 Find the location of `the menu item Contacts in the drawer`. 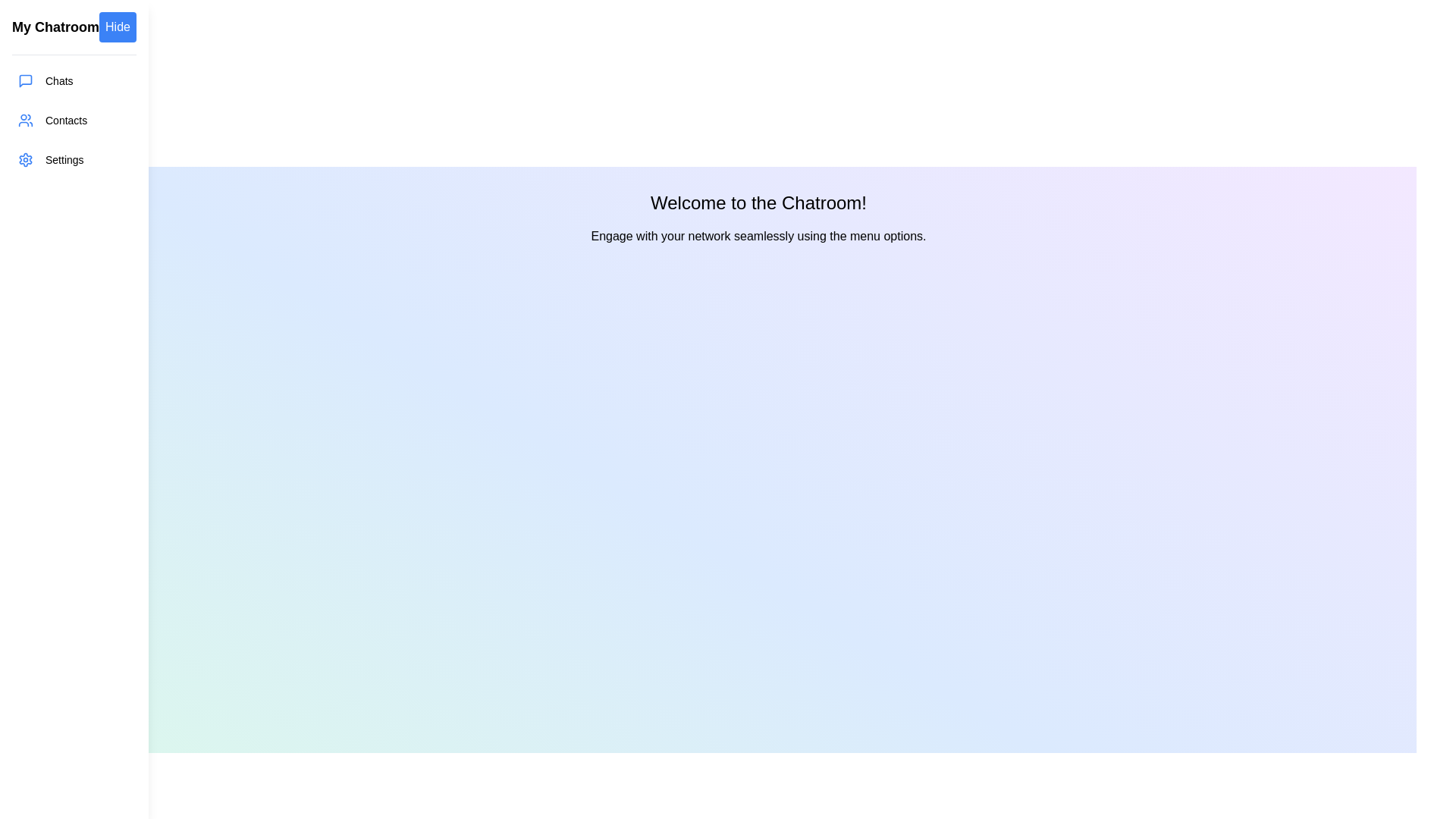

the menu item Contacts in the drawer is located at coordinates (72, 119).